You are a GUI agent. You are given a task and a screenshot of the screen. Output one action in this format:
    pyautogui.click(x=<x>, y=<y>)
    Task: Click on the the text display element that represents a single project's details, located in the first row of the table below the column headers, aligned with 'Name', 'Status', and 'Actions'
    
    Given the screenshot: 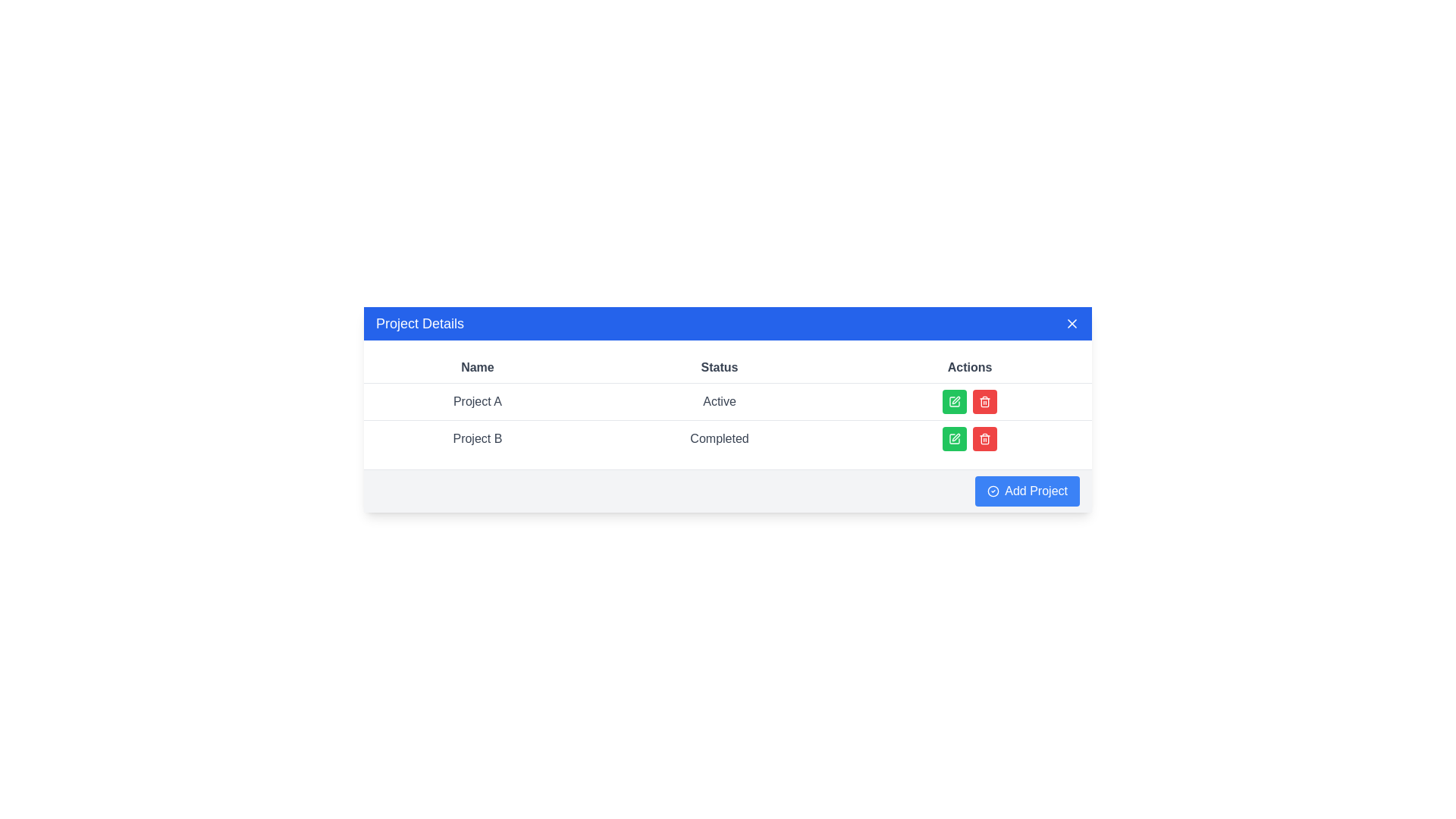 What is the action you would take?
    pyautogui.click(x=728, y=400)
    